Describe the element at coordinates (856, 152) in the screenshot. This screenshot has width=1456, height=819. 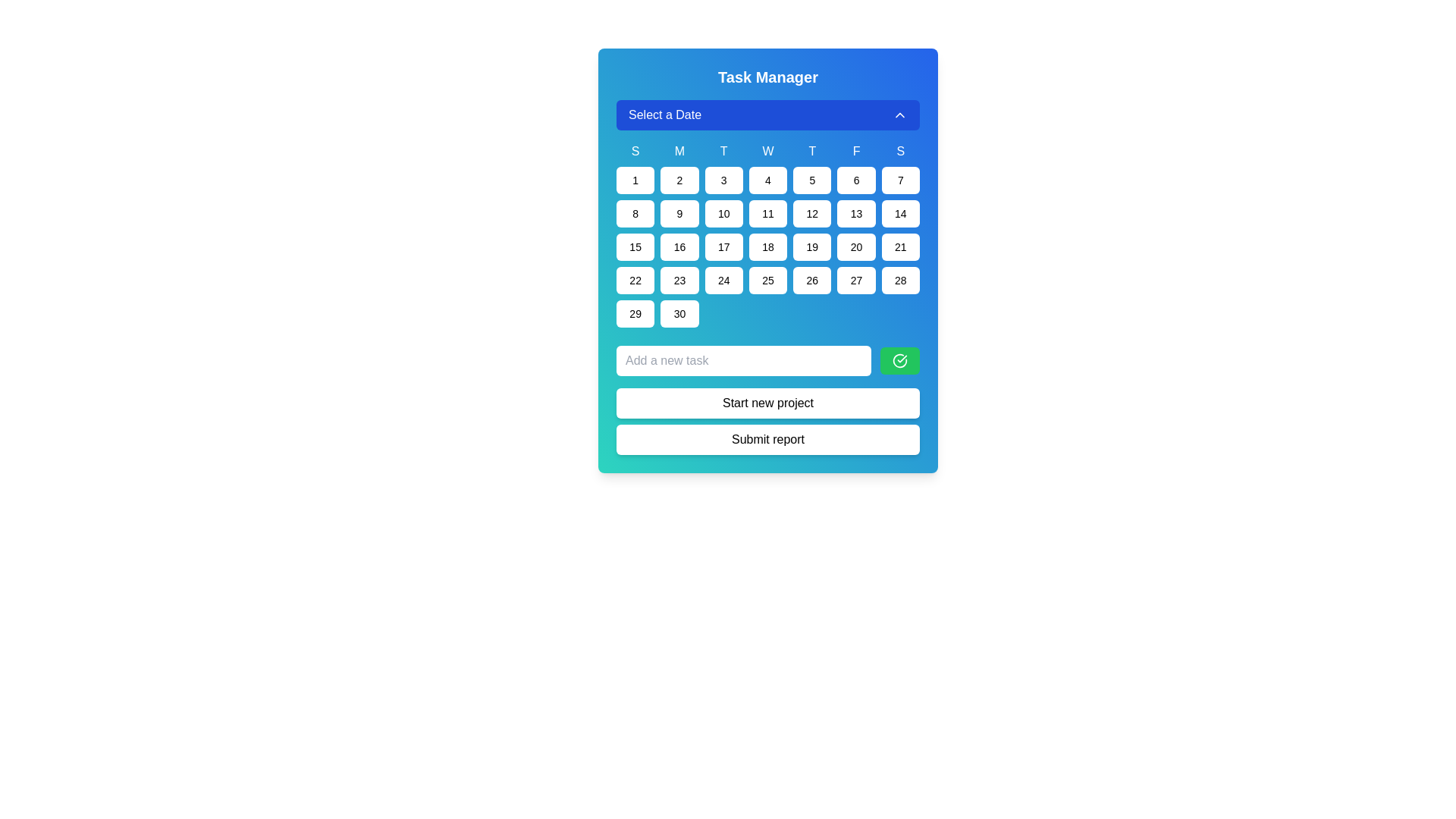
I see `the uppercase 'F' character displayed in white on a blue background, located in the calendar header of the task management interface, specifically as the sixth column under the weekly day abbreviations` at that location.